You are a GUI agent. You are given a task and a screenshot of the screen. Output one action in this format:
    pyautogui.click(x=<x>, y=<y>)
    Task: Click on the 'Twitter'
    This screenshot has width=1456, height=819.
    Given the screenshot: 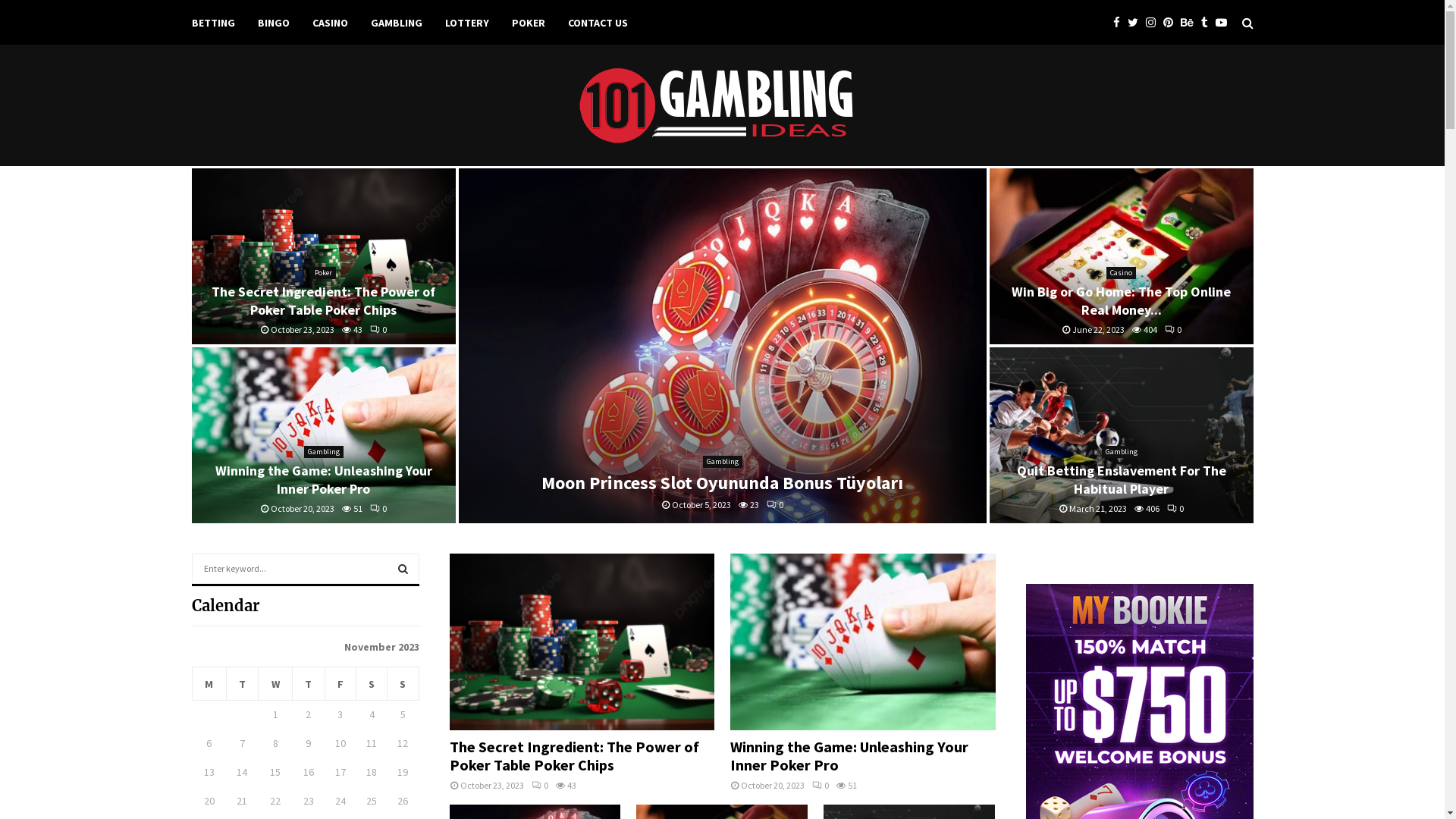 What is the action you would take?
    pyautogui.click(x=1135, y=23)
    